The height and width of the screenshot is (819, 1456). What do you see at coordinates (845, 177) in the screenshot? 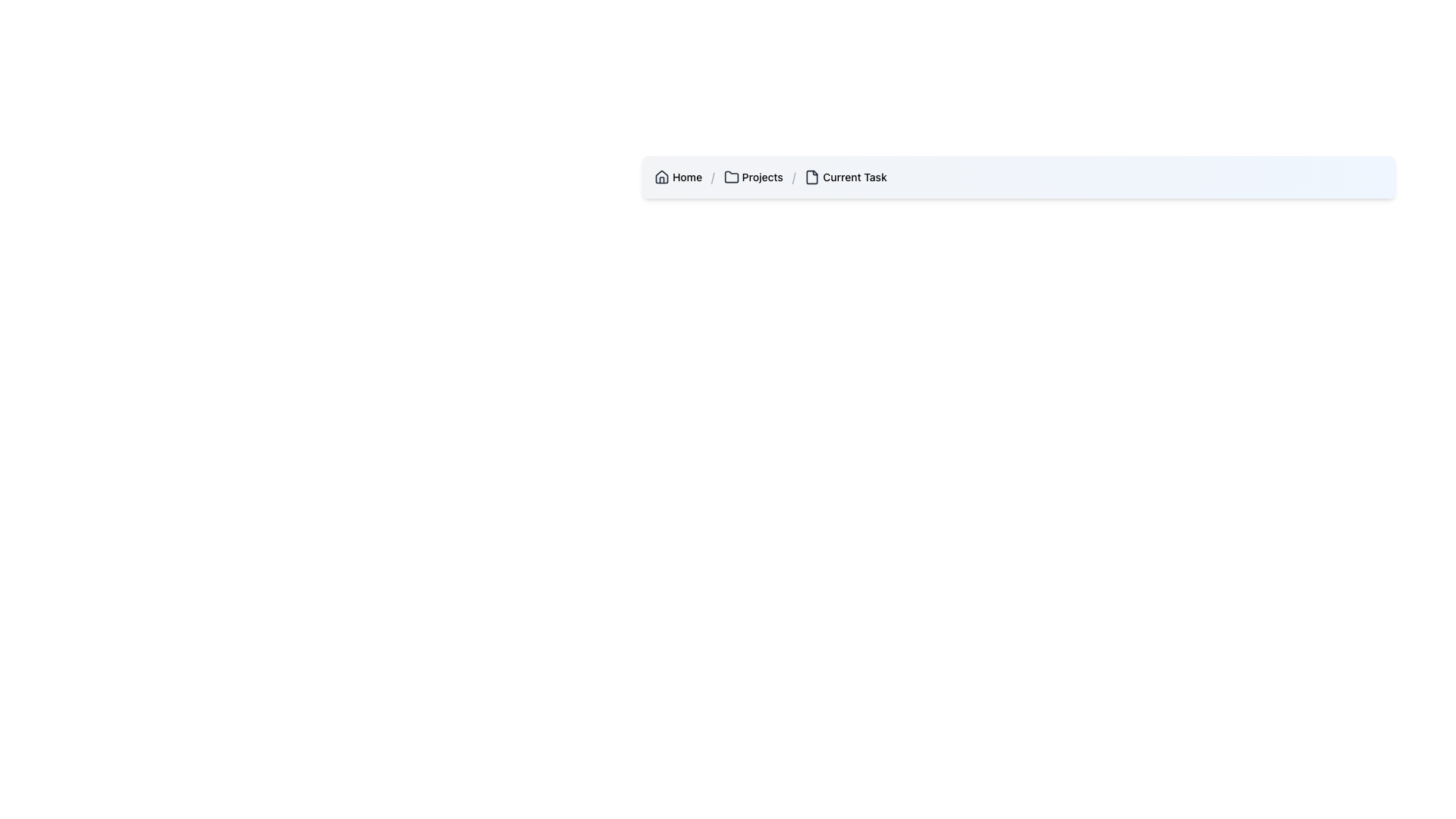
I see `'Current Task' text label in the breadcrumb navigation, which is the fourth entry after 'Home', '/', and 'Projects'` at bounding box center [845, 177].